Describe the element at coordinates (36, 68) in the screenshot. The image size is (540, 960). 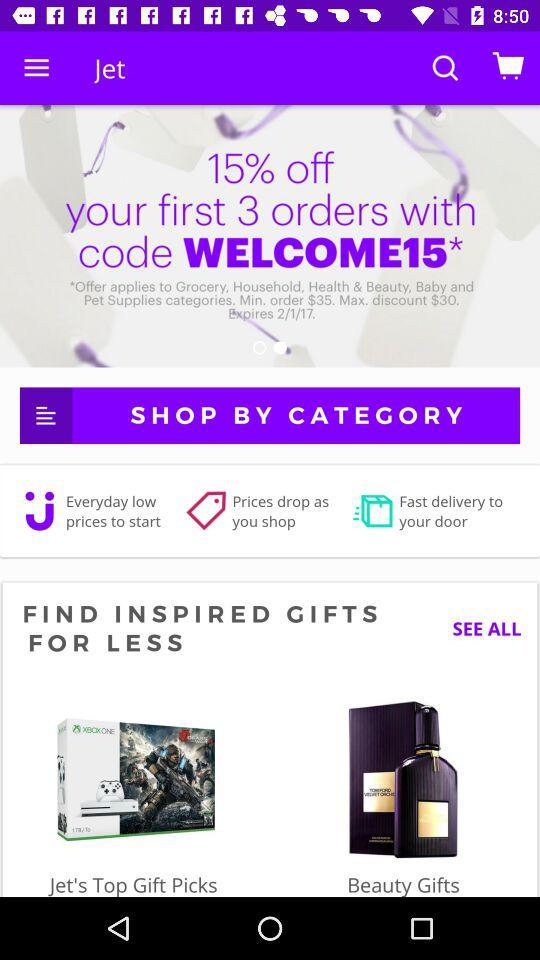
I see `item to the left of the jet icon` at that location.